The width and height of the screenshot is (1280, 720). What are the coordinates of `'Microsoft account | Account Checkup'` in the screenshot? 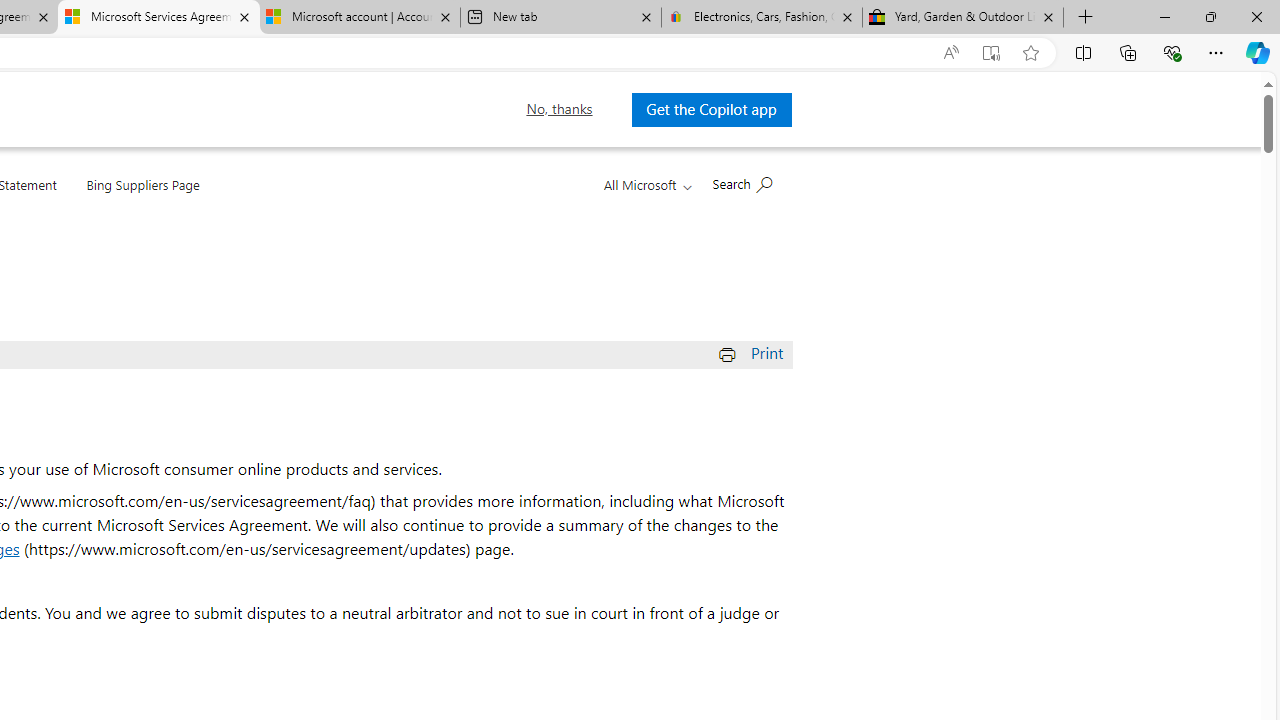 It's located at (359, 17).